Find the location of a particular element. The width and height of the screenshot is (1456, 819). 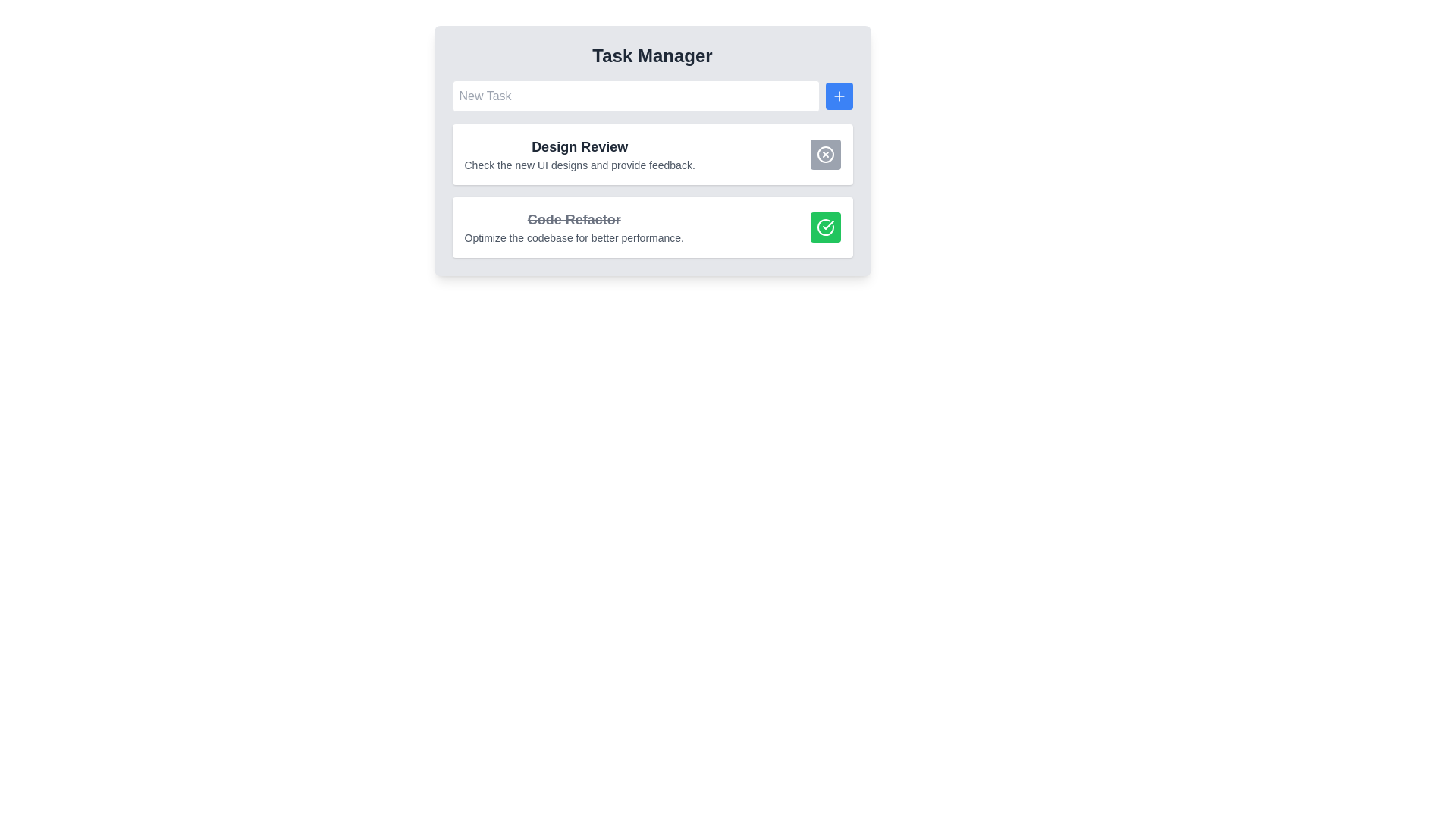

the circular icon with a centered cross symbol, located to the right of the 'Design Review' task in the task list is located at coordinates (824, 155).